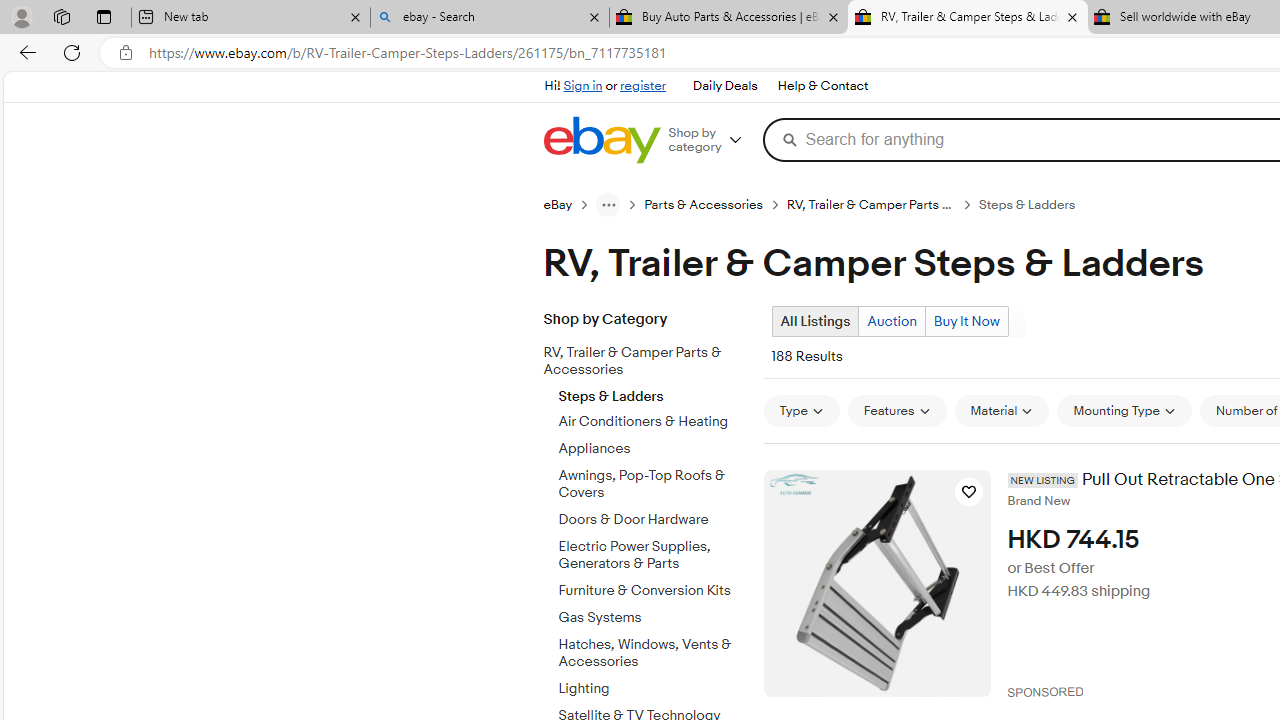  What do you see at coordinates (607, 204) in the screenshot?
I see `'breadcrumb menu'` at bounding box center [607, 204].